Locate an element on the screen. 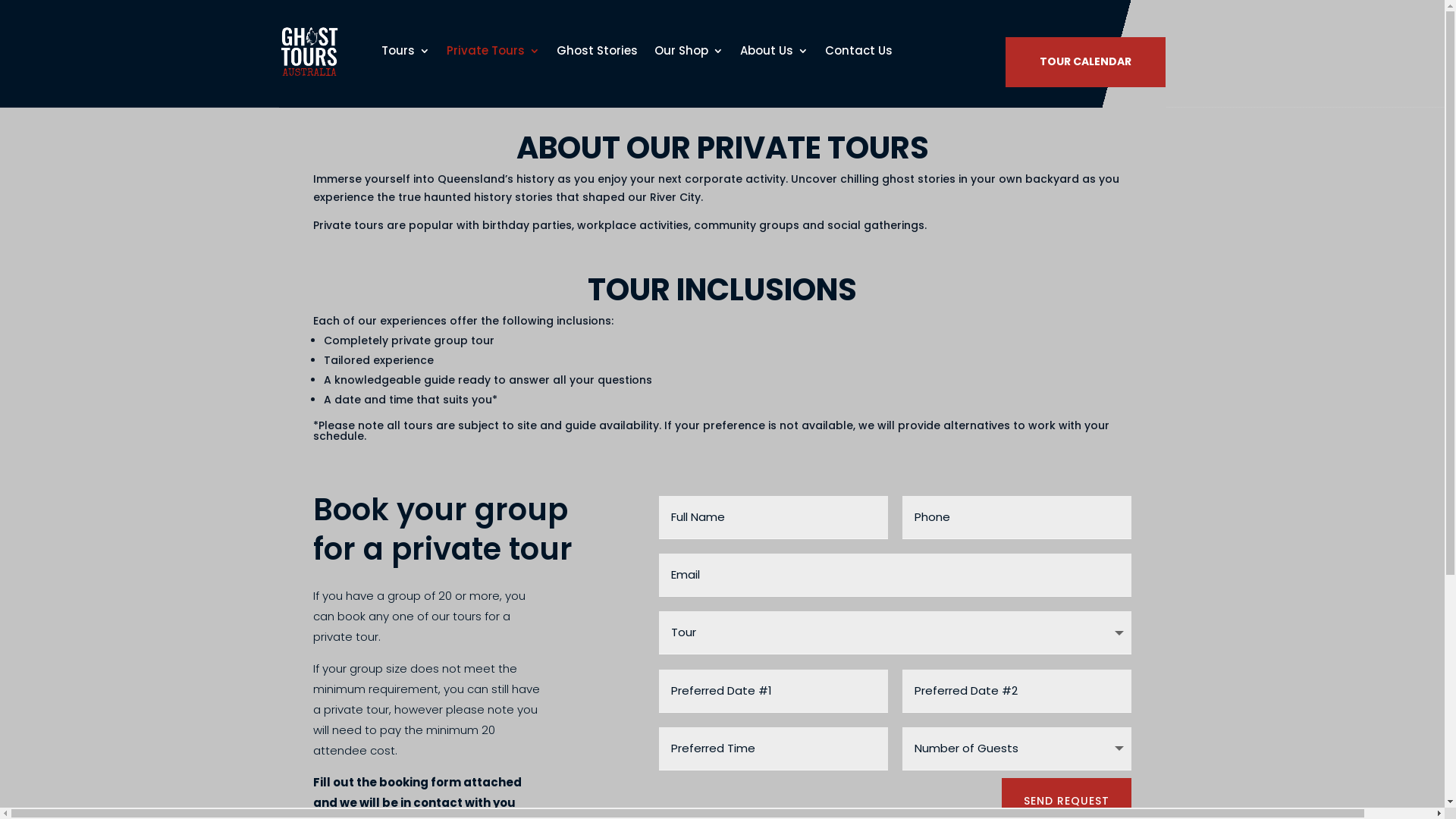 The height and width of the screenshot is (819, 1456). 'Private Tours' is located at coordinates (492, 49).